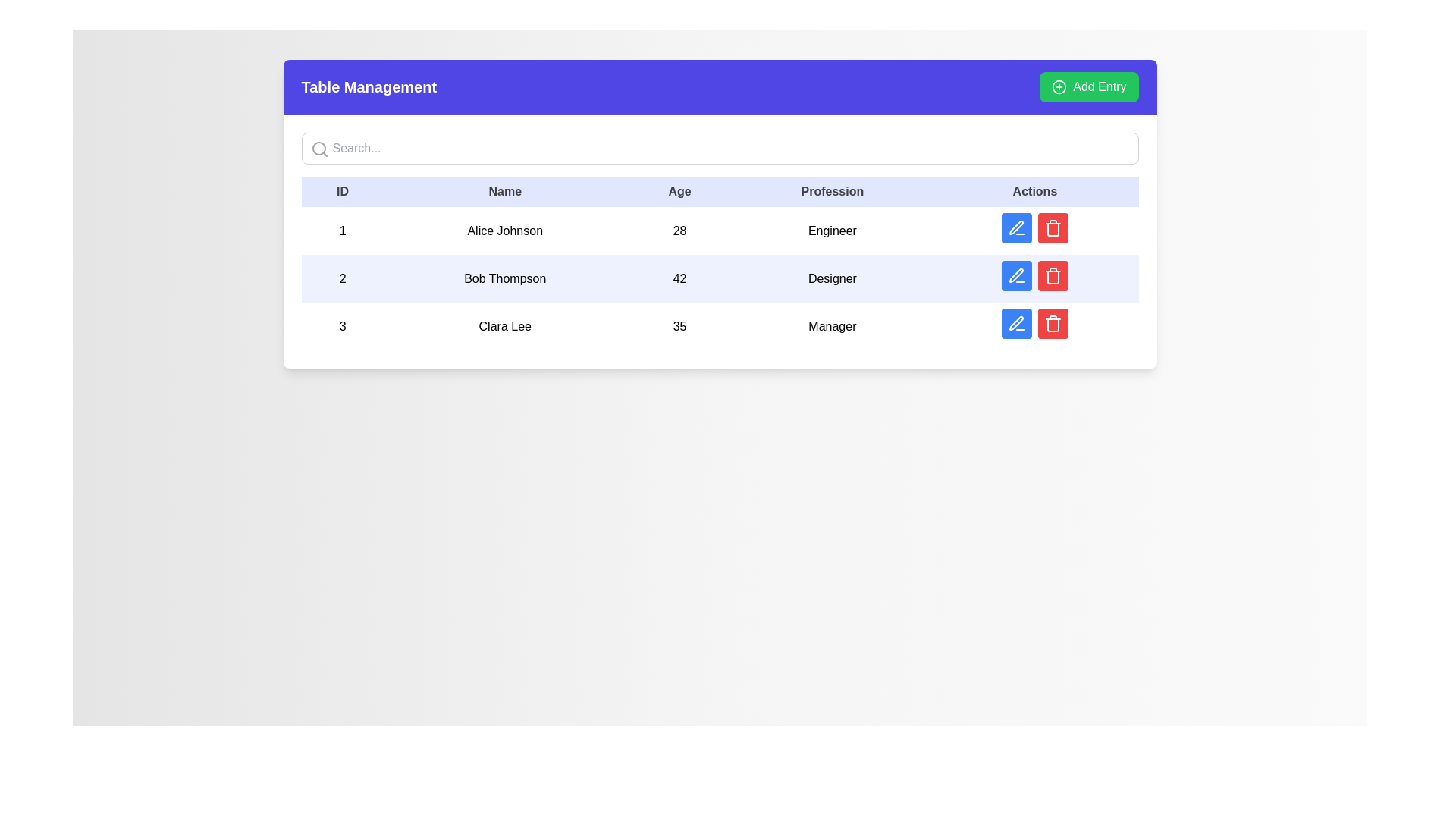 This screenshot has height=819, width=1456. Describe the element at coordinates (1016, 275) in the screenshot. I see `the rounded blue button icon in the Actions column for 'Bob Thompson' to trigger a tooltip or visual feedback` at that location.